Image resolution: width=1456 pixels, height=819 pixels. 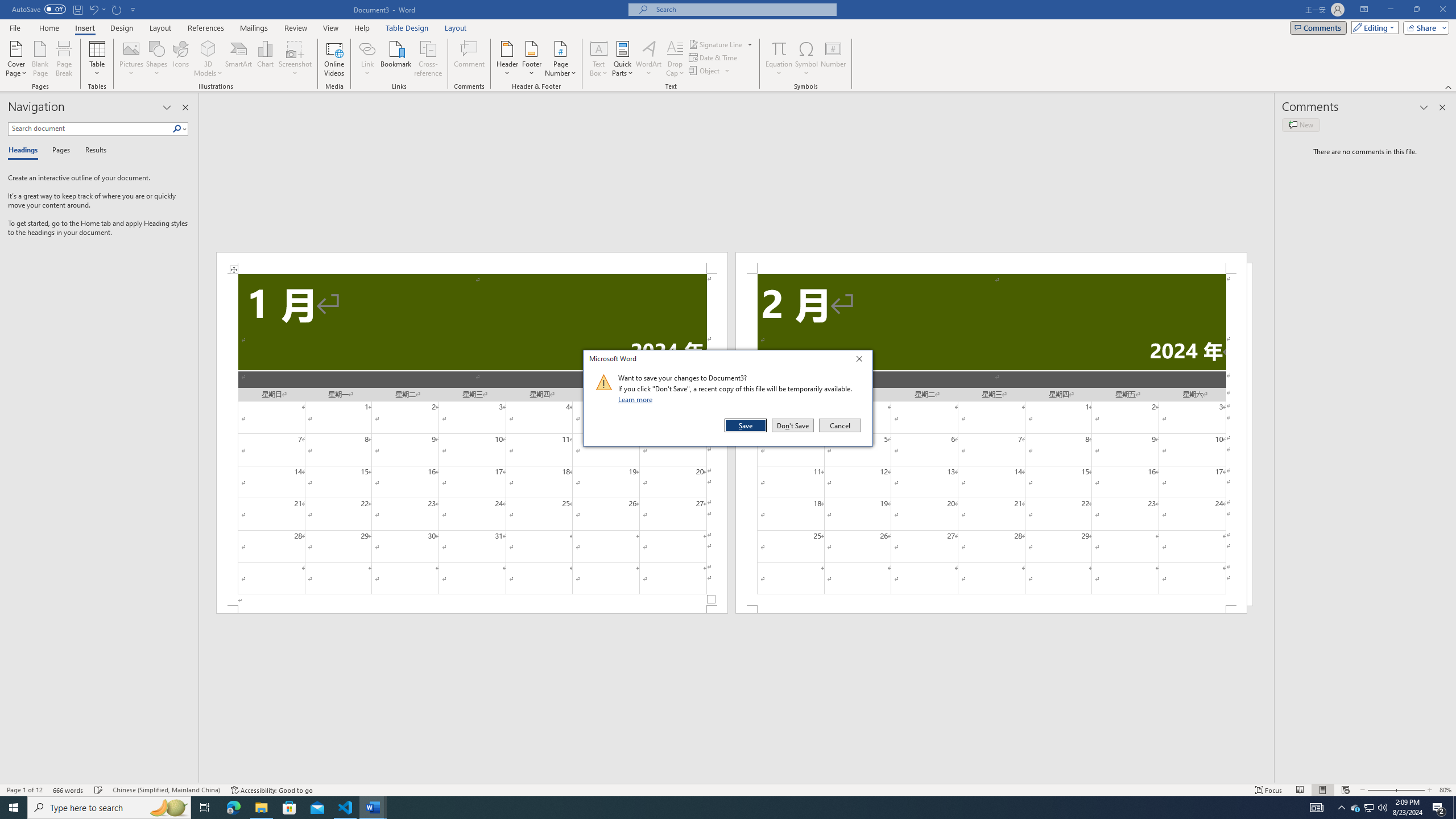 I want to click on 'References', so click(x=206, y=28).